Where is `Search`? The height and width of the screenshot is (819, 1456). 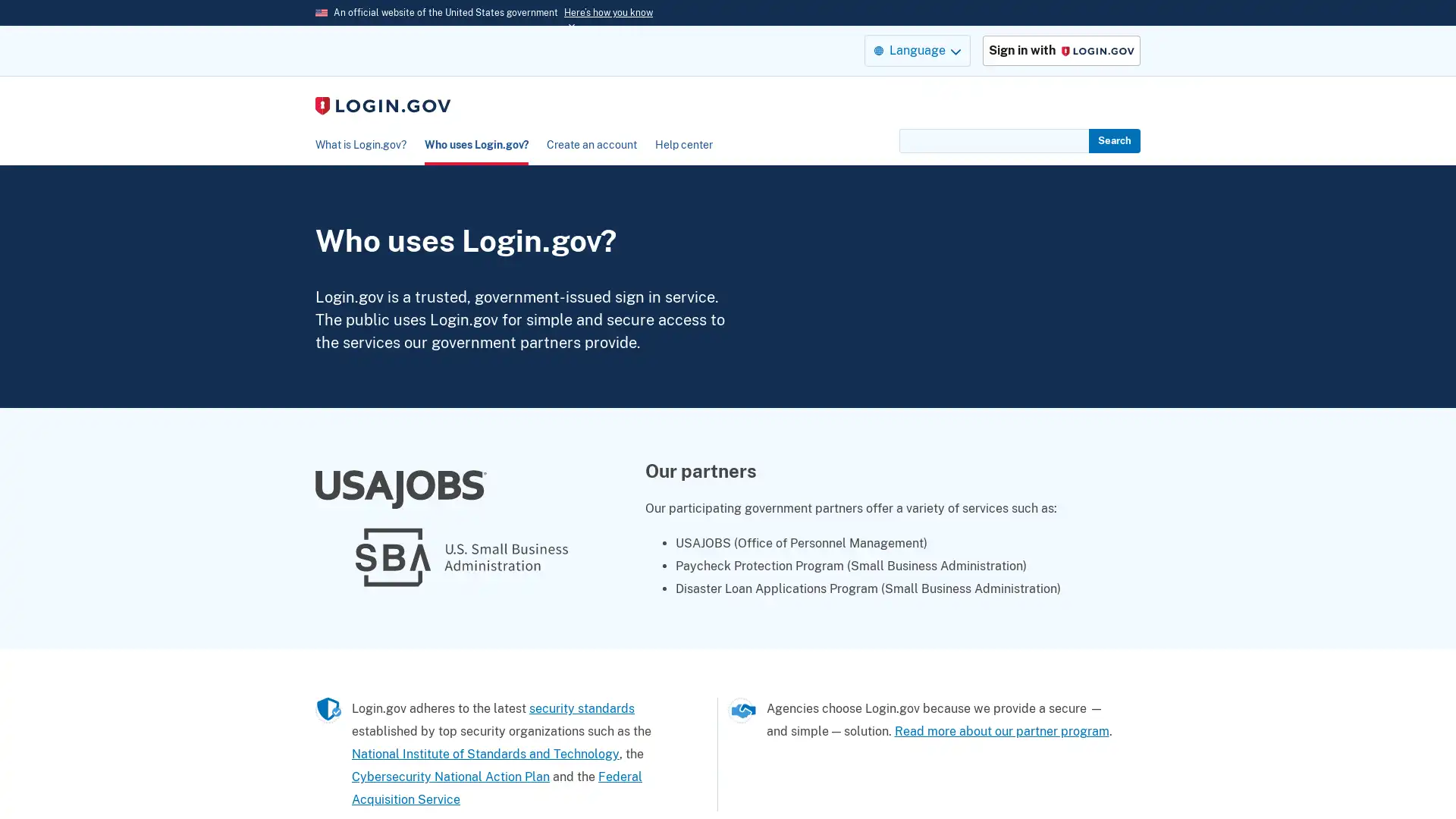 Search is located at coordinates (1114, 140).